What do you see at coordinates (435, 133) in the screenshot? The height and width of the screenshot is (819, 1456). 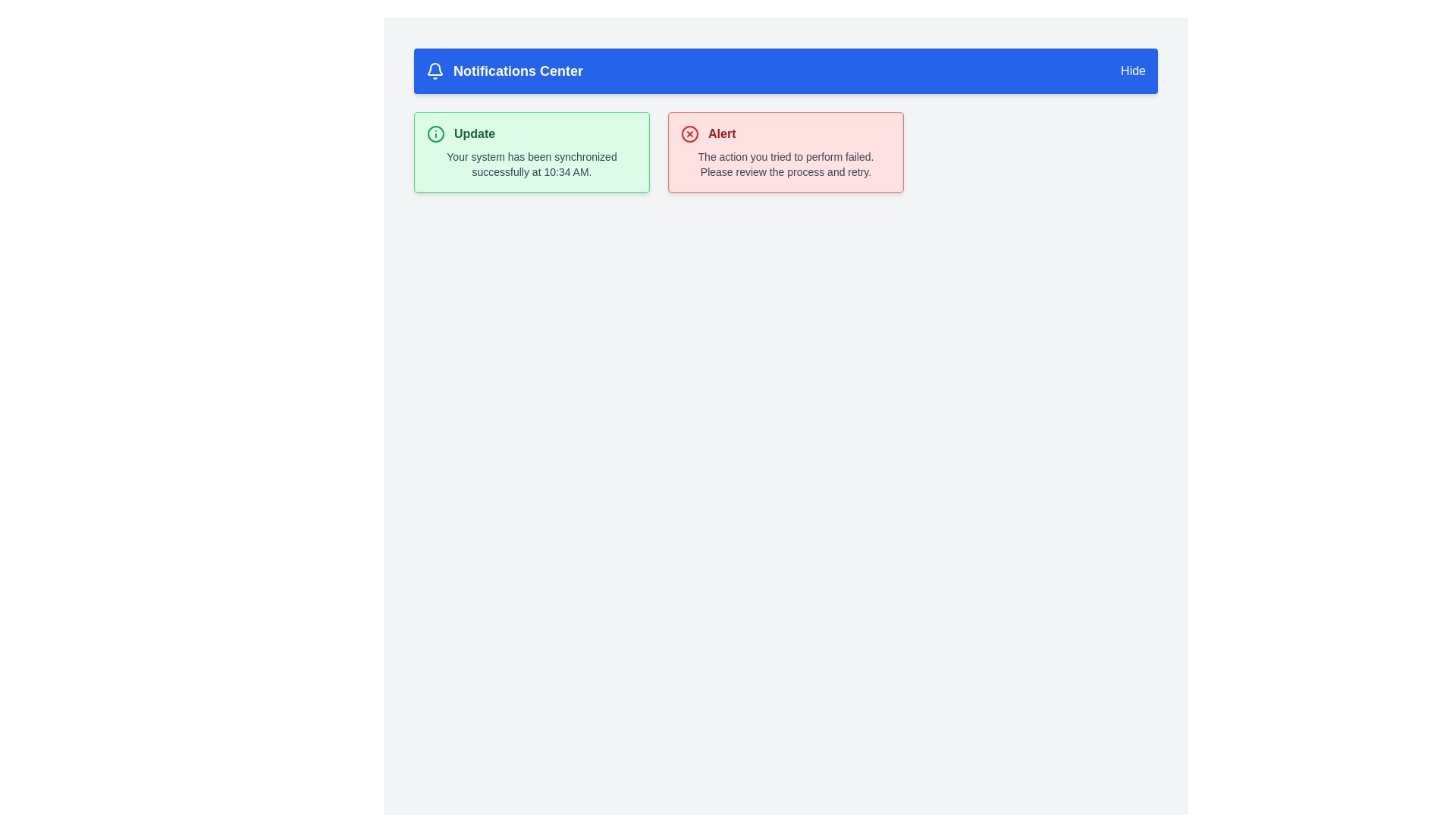 I see `the informational graphic icon located within the 'Update' notification card, which is aligned to the left of the word 'Update'` at bounding box center [435, 133].